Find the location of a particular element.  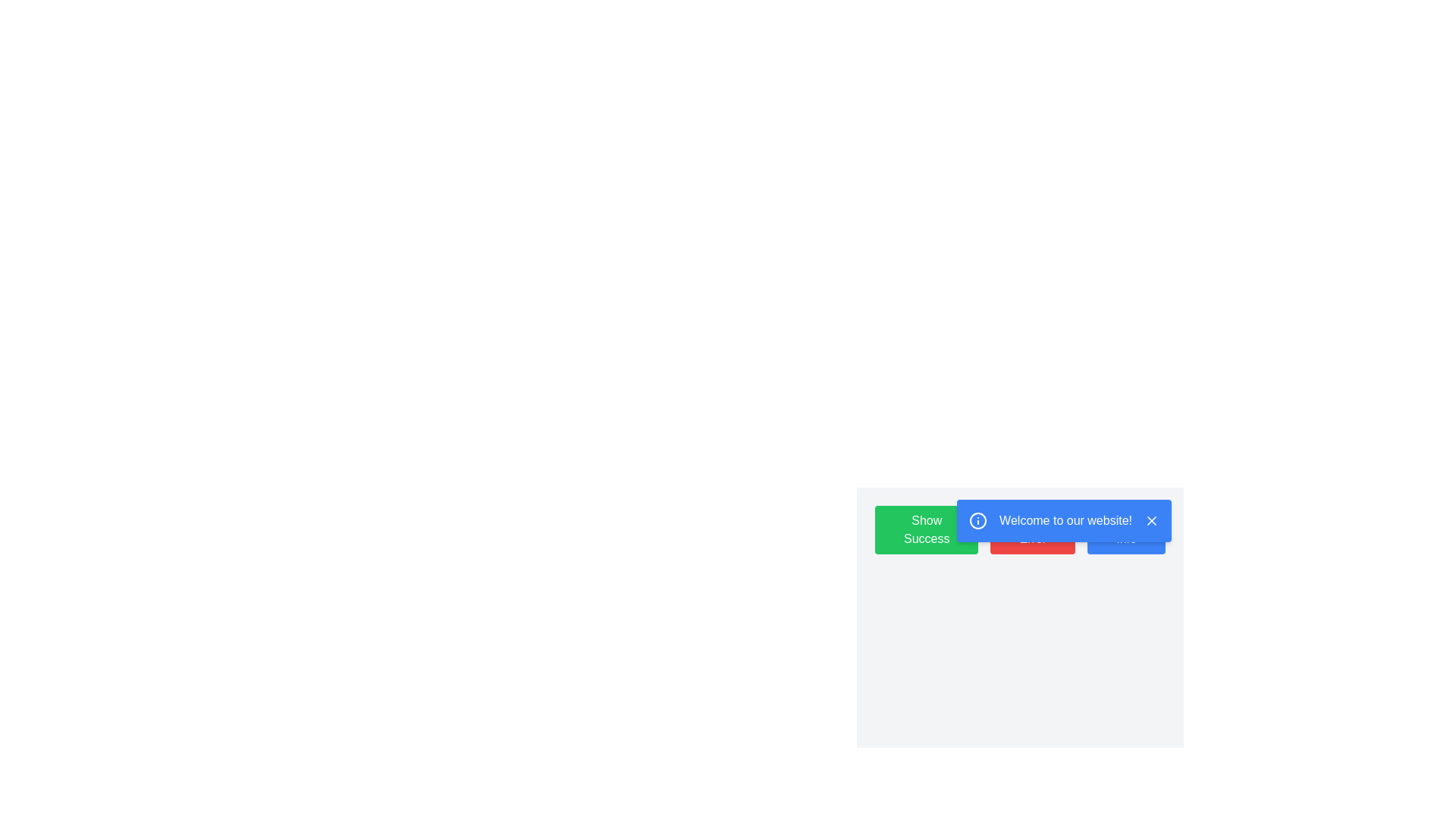

the success feedback button located on the left among three horizontally-aligned buttons is located at coordinates (926, 529).